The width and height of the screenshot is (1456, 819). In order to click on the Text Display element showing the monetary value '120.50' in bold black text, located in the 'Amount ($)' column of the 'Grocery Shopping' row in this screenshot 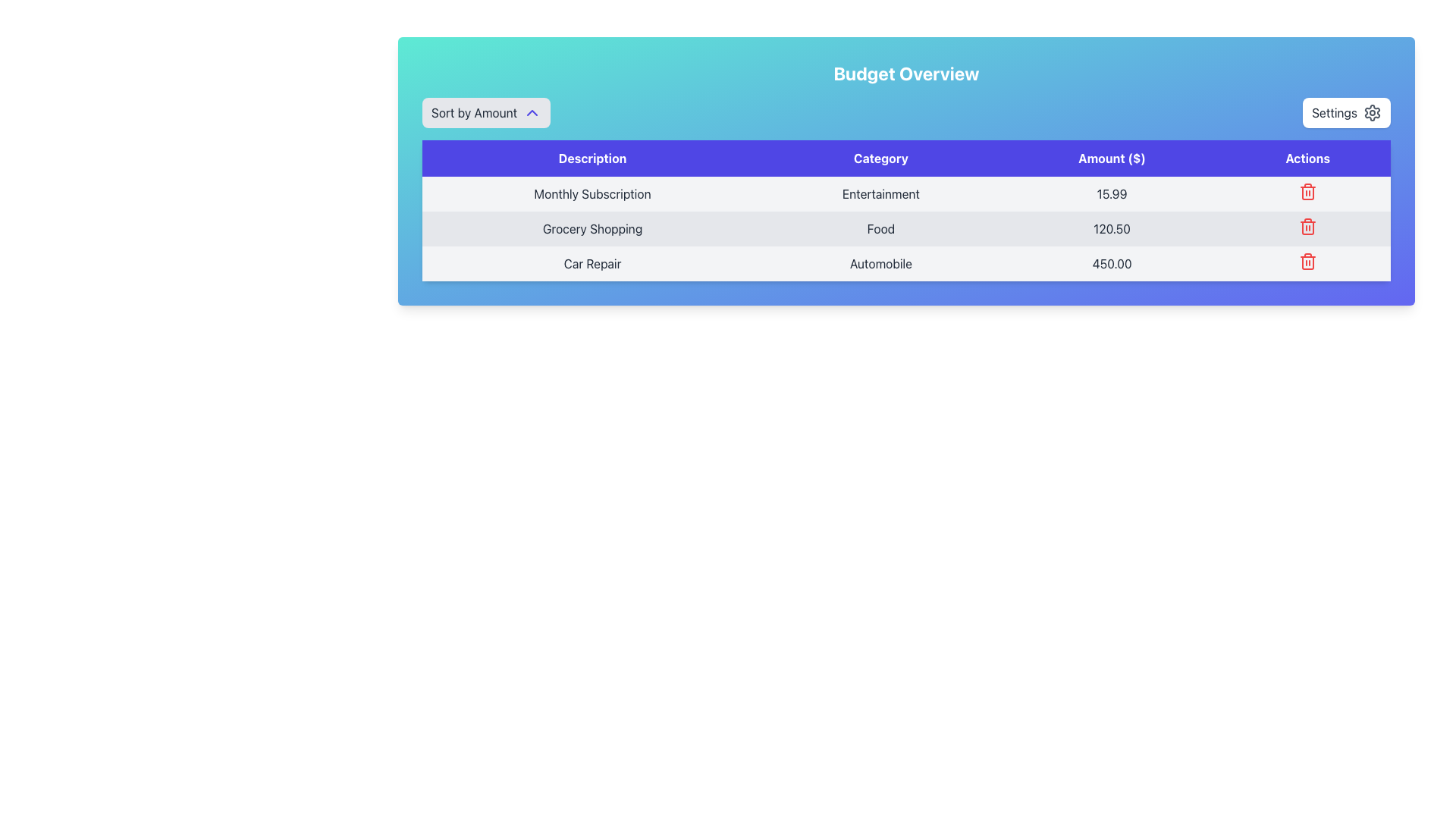, I will do `click(1112, 228)`.